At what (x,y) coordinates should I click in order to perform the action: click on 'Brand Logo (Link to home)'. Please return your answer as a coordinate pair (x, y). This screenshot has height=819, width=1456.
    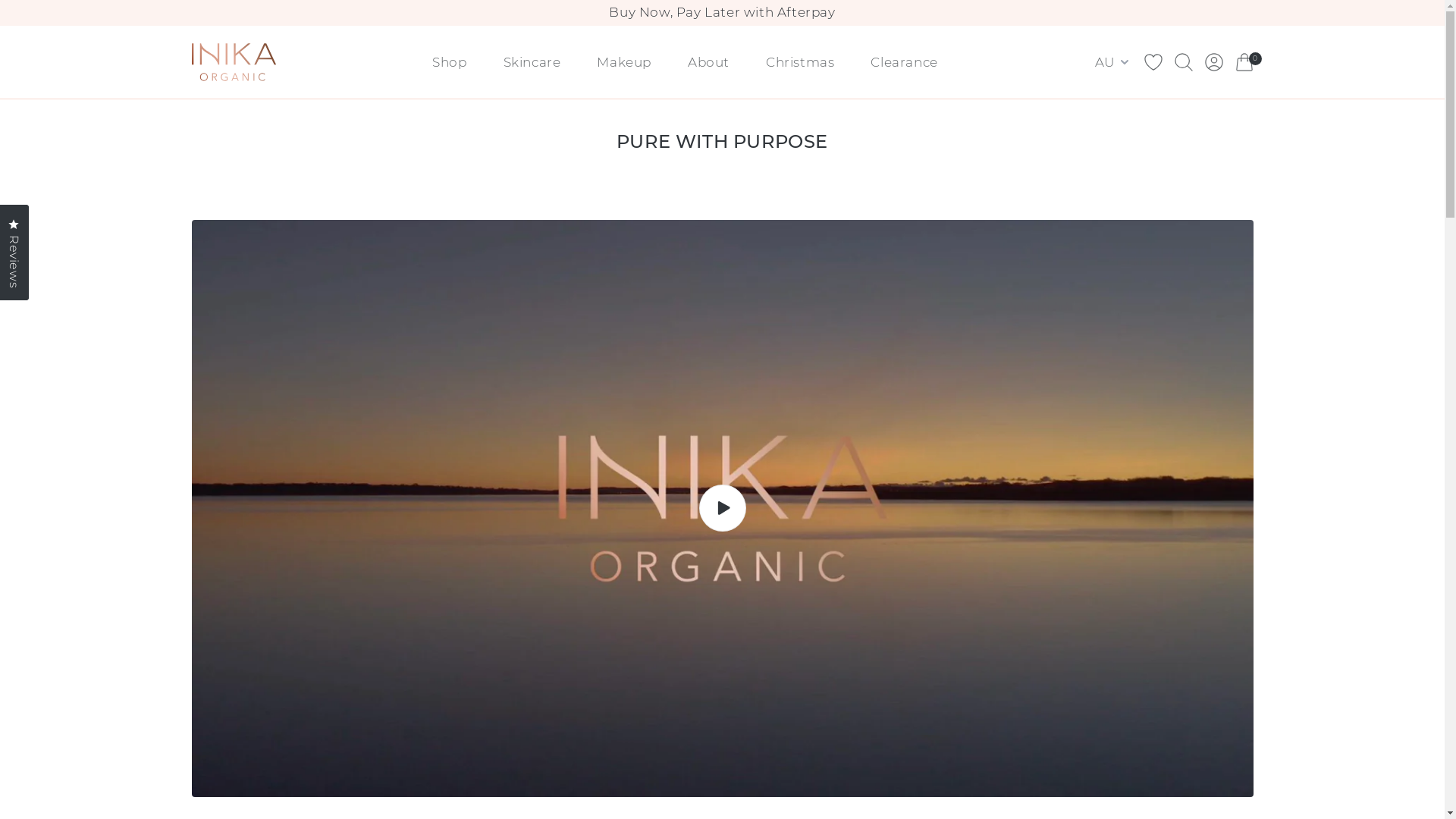
    Looking at the image, I should click on (190, 61).